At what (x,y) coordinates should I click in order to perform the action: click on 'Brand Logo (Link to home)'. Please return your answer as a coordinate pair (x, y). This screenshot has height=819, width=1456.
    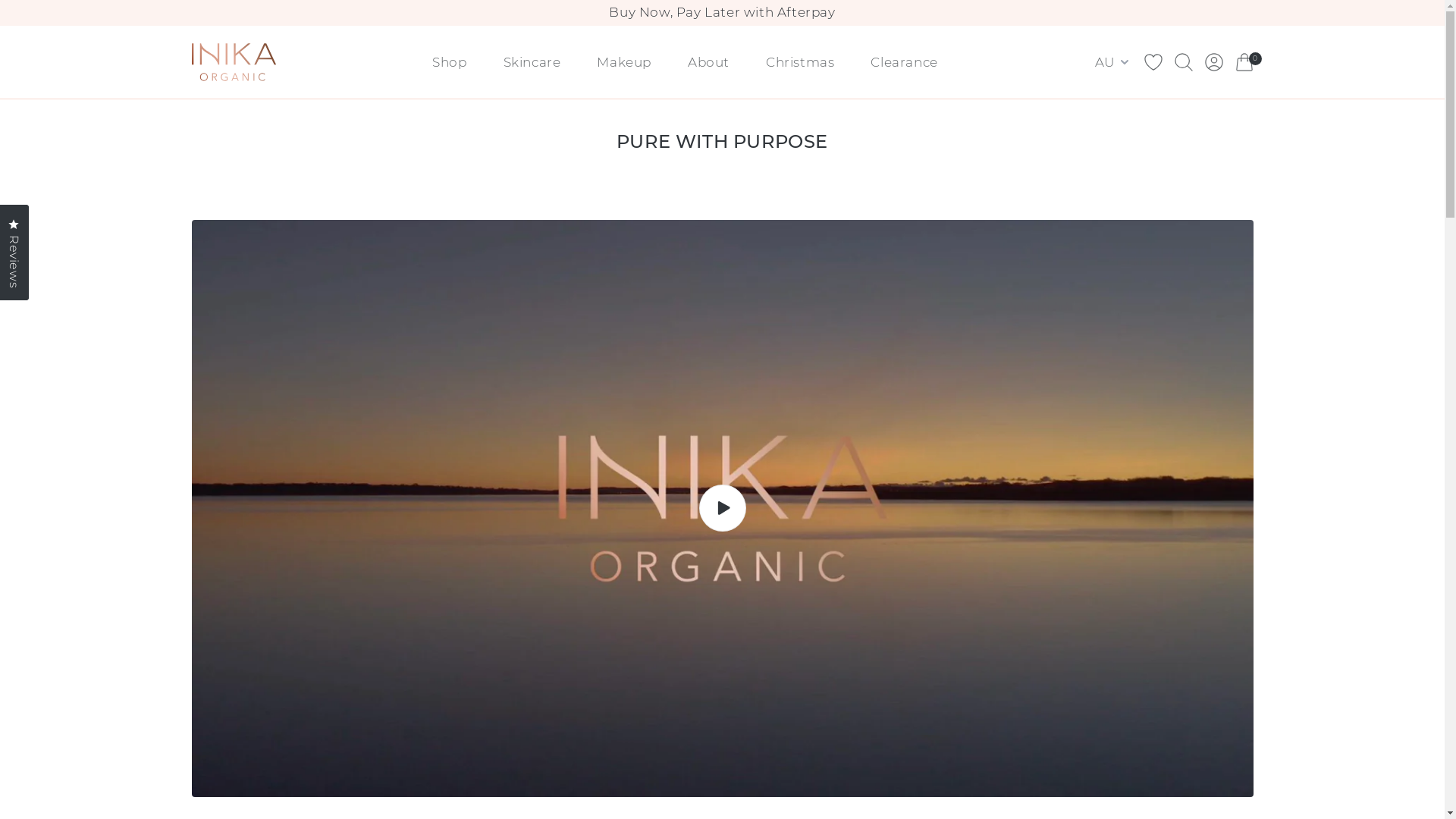
    Looking at the image, I should click on (190, 61).